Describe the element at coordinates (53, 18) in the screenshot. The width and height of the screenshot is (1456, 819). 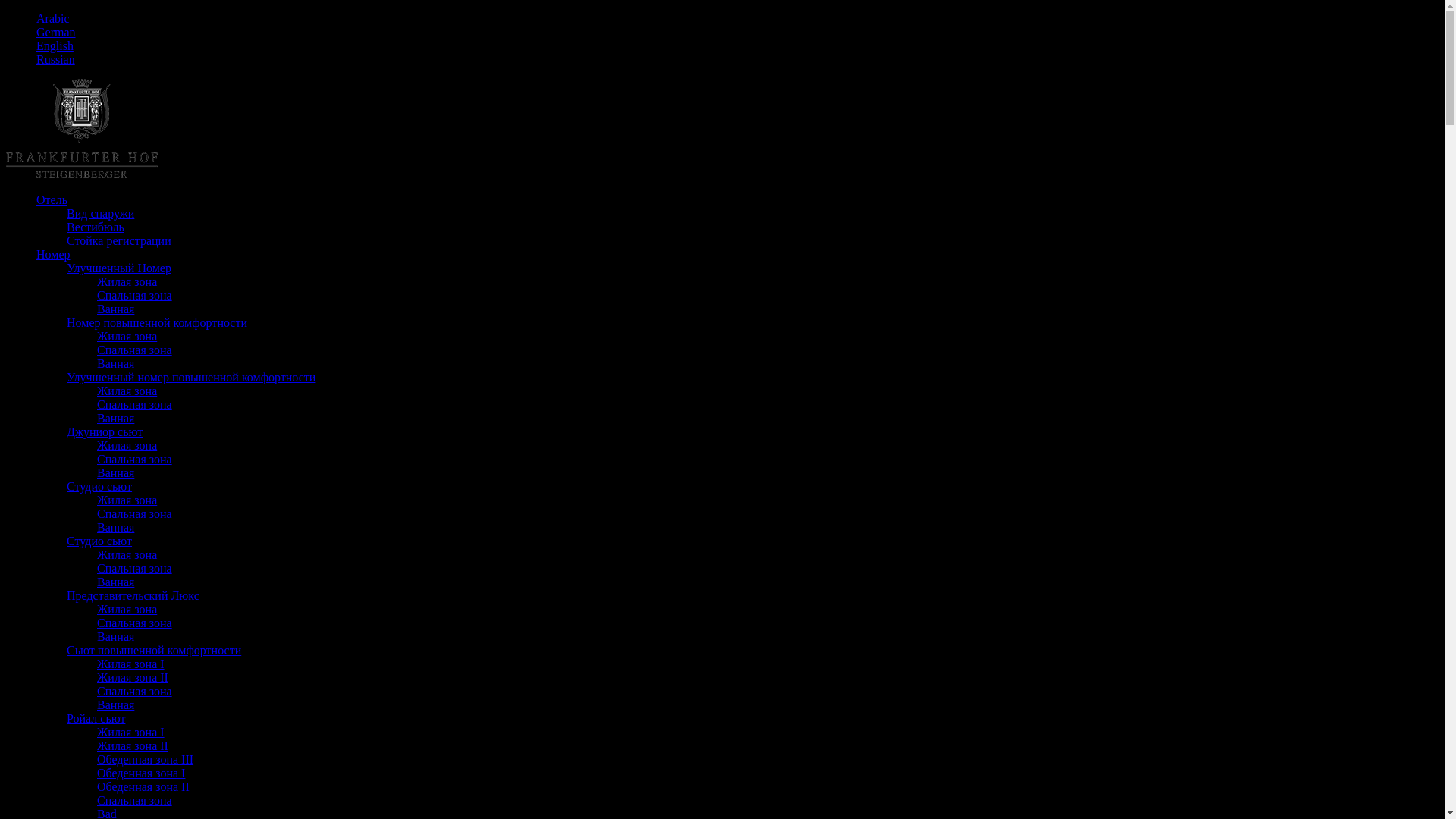
I see `'Arabic'` at that location.